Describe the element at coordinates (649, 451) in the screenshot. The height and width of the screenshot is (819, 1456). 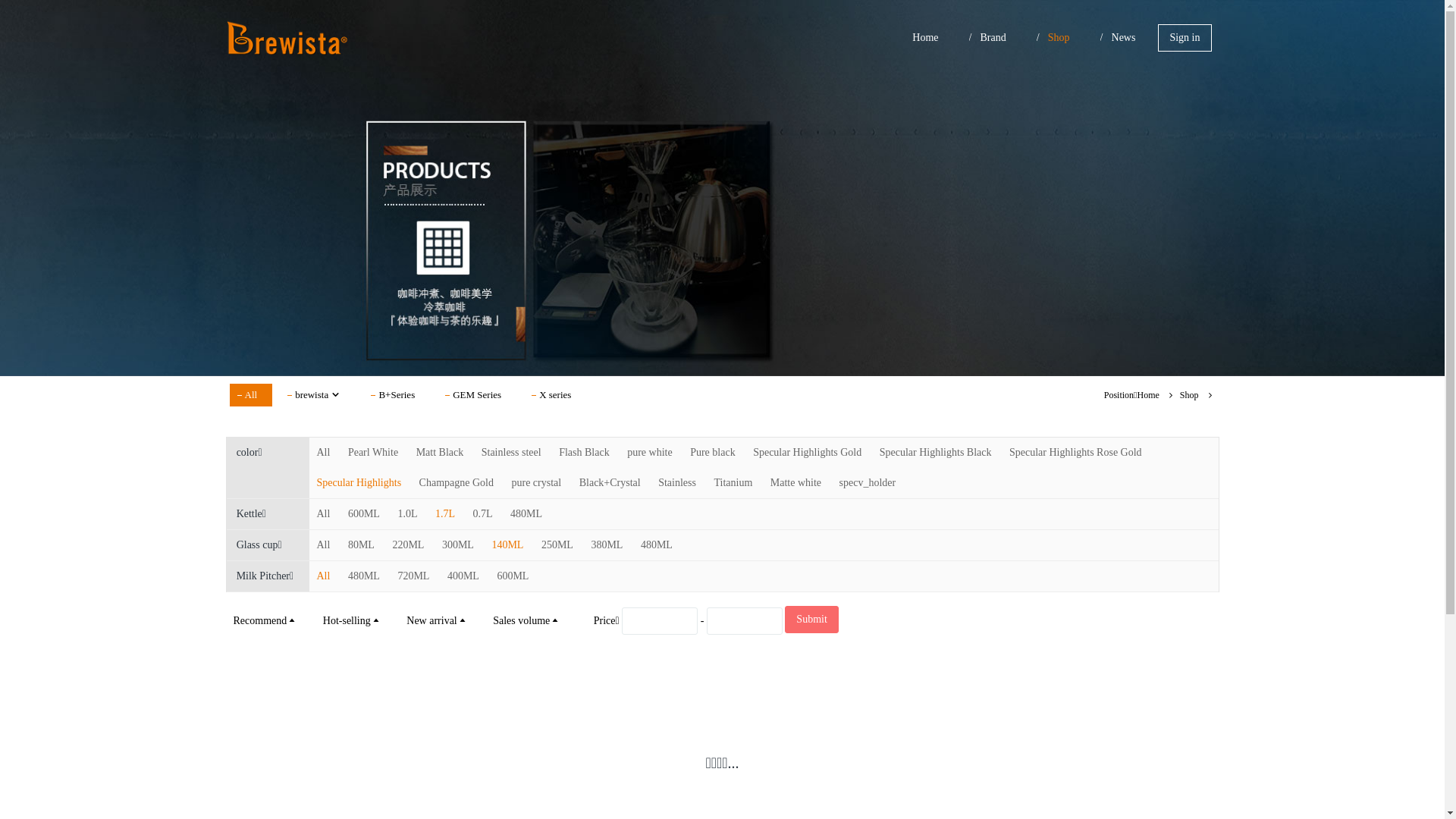
I see `'pure white'` at that location.